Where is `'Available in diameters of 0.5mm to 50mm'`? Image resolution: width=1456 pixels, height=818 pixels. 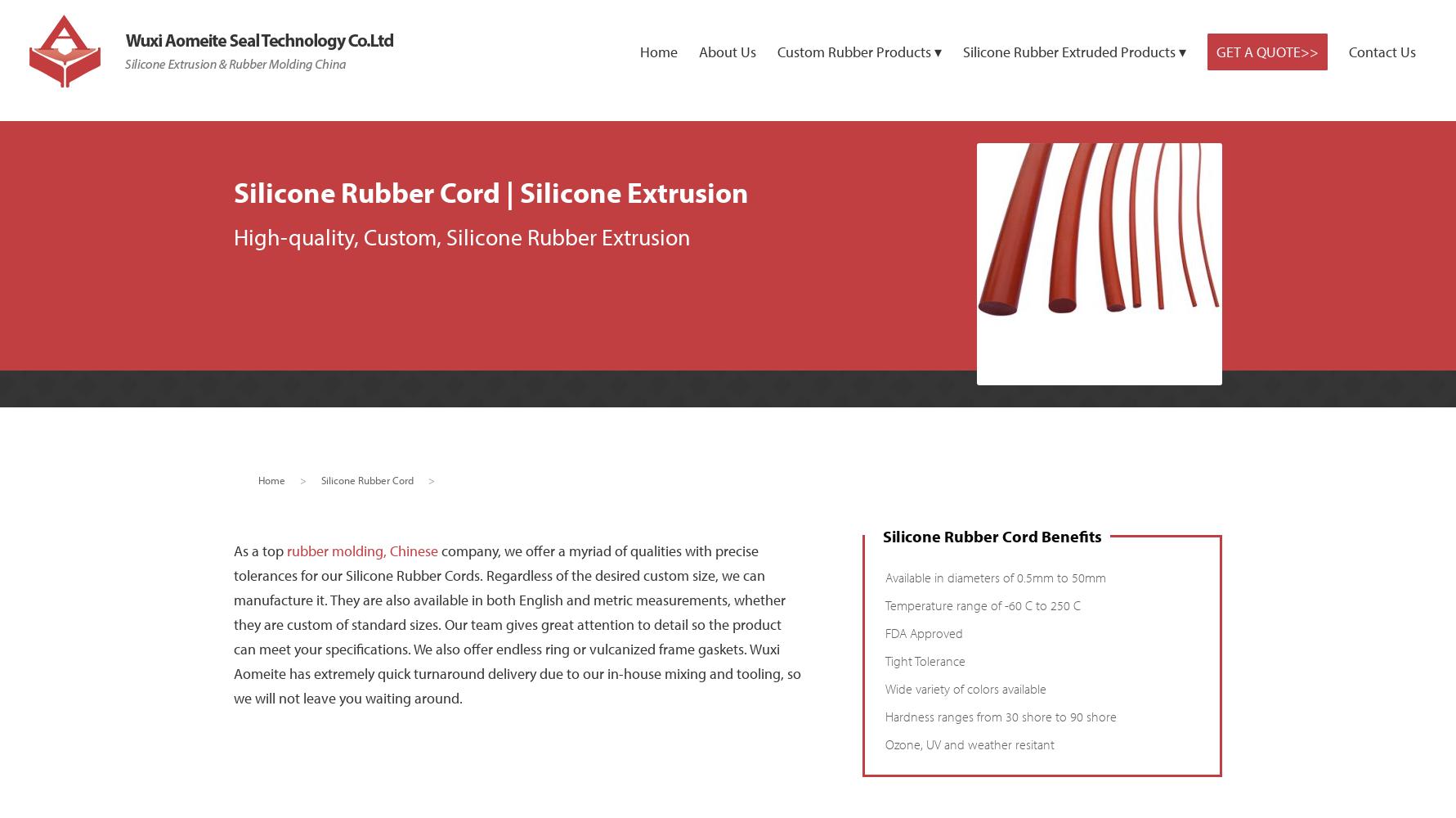 'Available in diameters of 0.5mm to 50mm' is located at coordinates (995, 577).